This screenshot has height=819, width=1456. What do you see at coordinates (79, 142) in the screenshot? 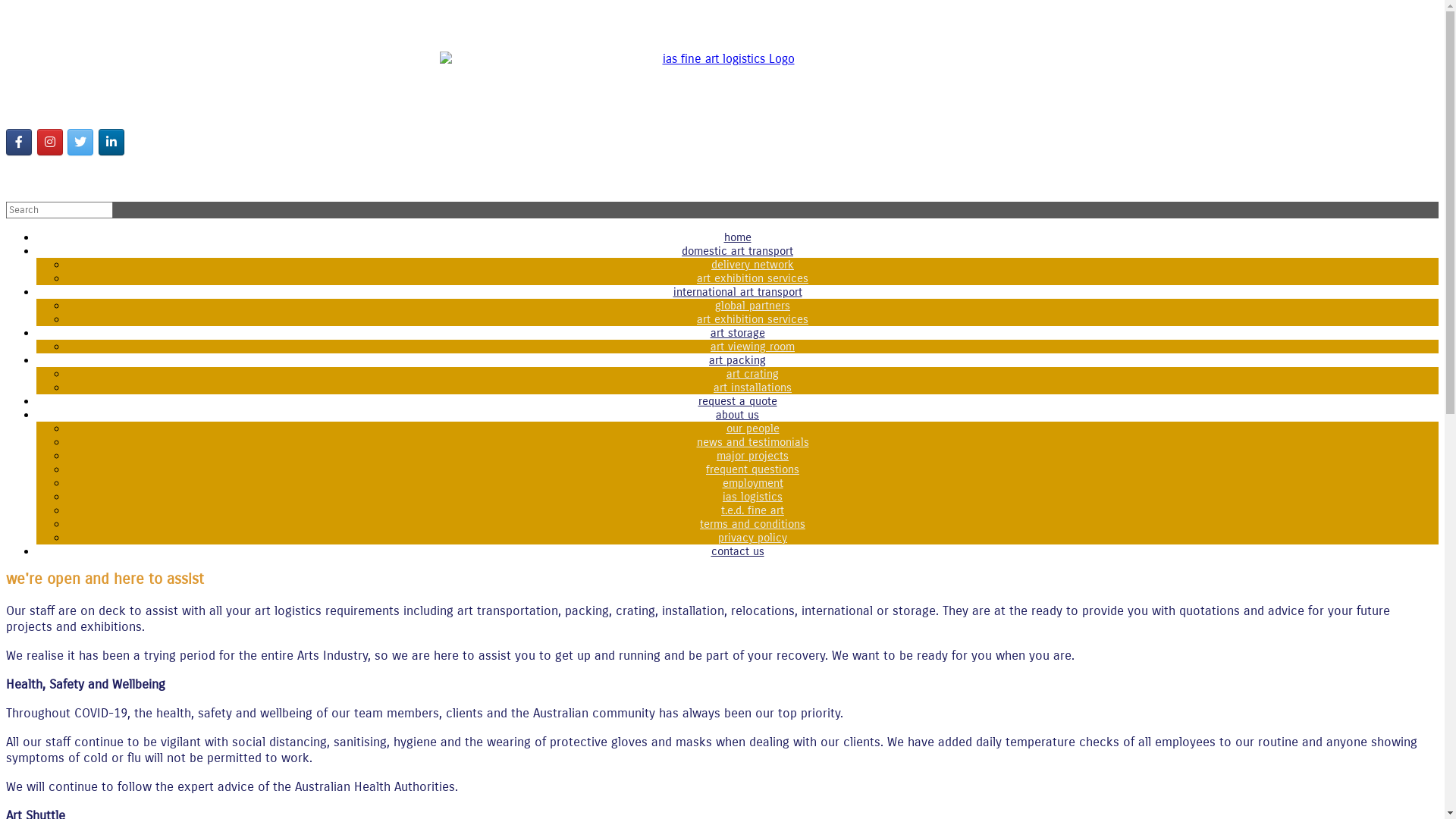
I see `'ias fine art logistics on Twitter'` at bounding box center [79, 142].